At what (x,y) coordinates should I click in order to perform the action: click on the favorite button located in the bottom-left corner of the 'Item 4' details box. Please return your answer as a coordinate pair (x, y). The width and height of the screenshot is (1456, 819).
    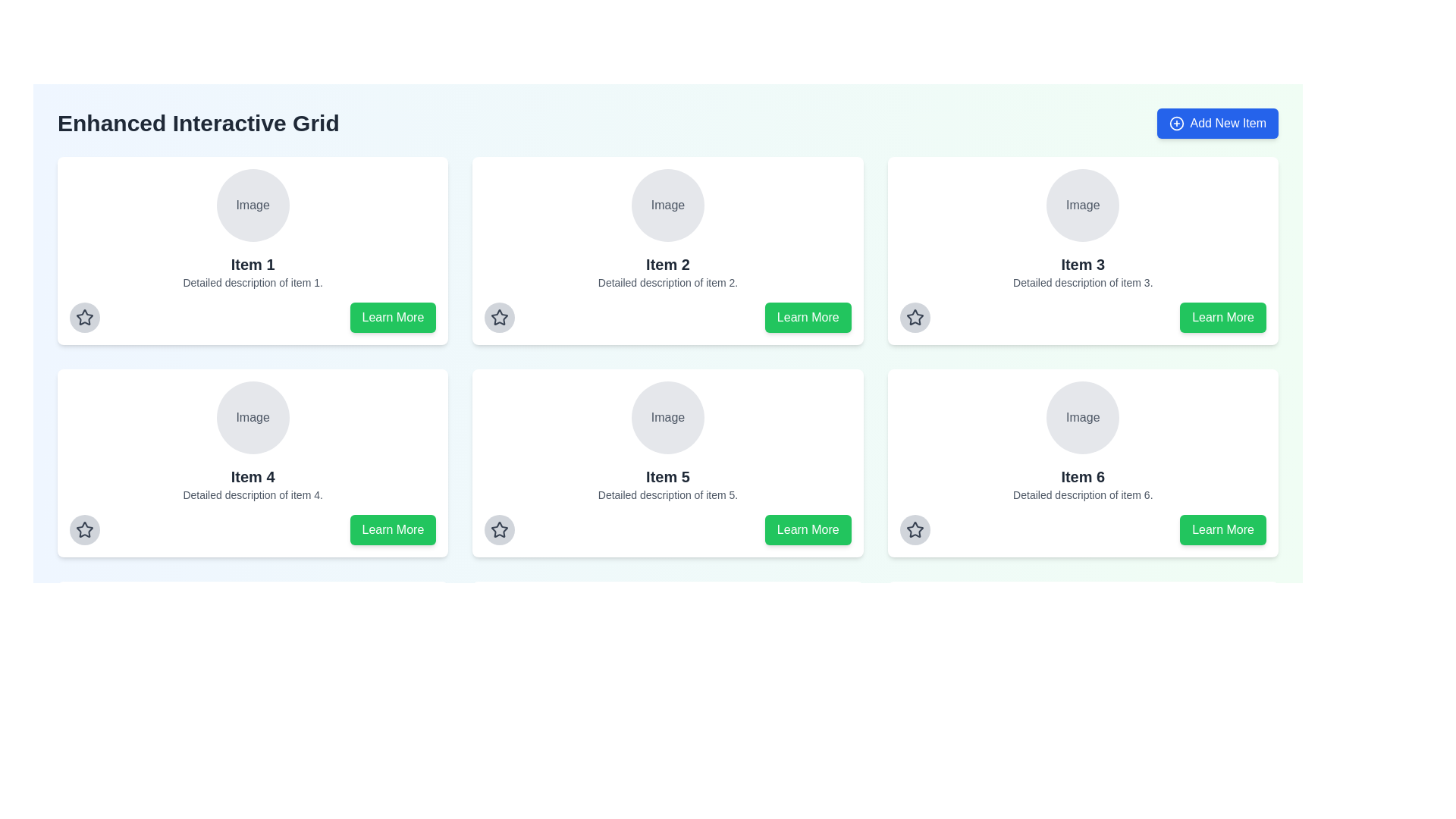
    Looking at the image, I should click on (83, 529).